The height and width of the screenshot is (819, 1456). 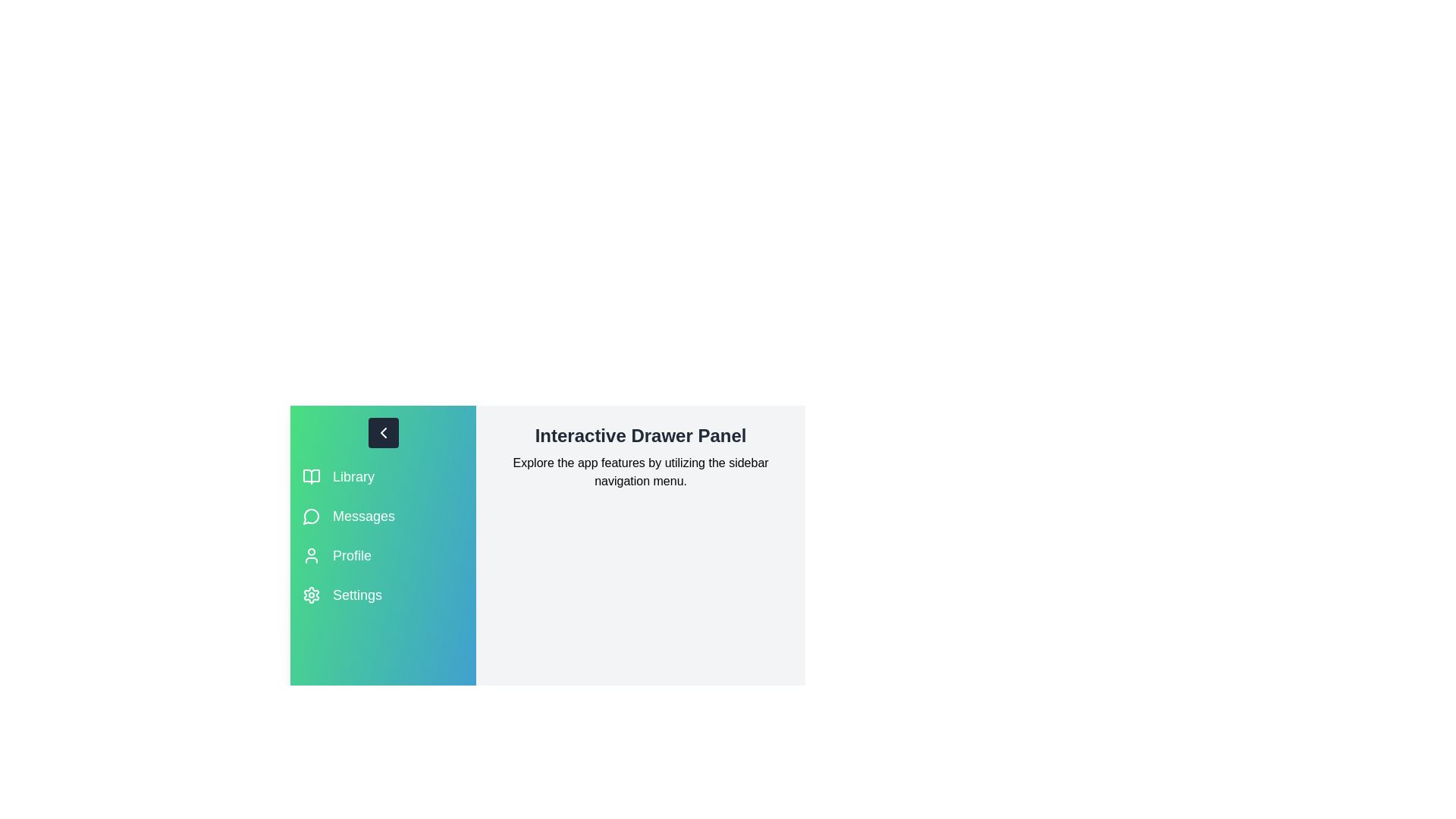 What do you see at coordinates (383, 432) in the screenshot?
I see `toggle button to change the drawer's state` at bounding box center [383, 432].